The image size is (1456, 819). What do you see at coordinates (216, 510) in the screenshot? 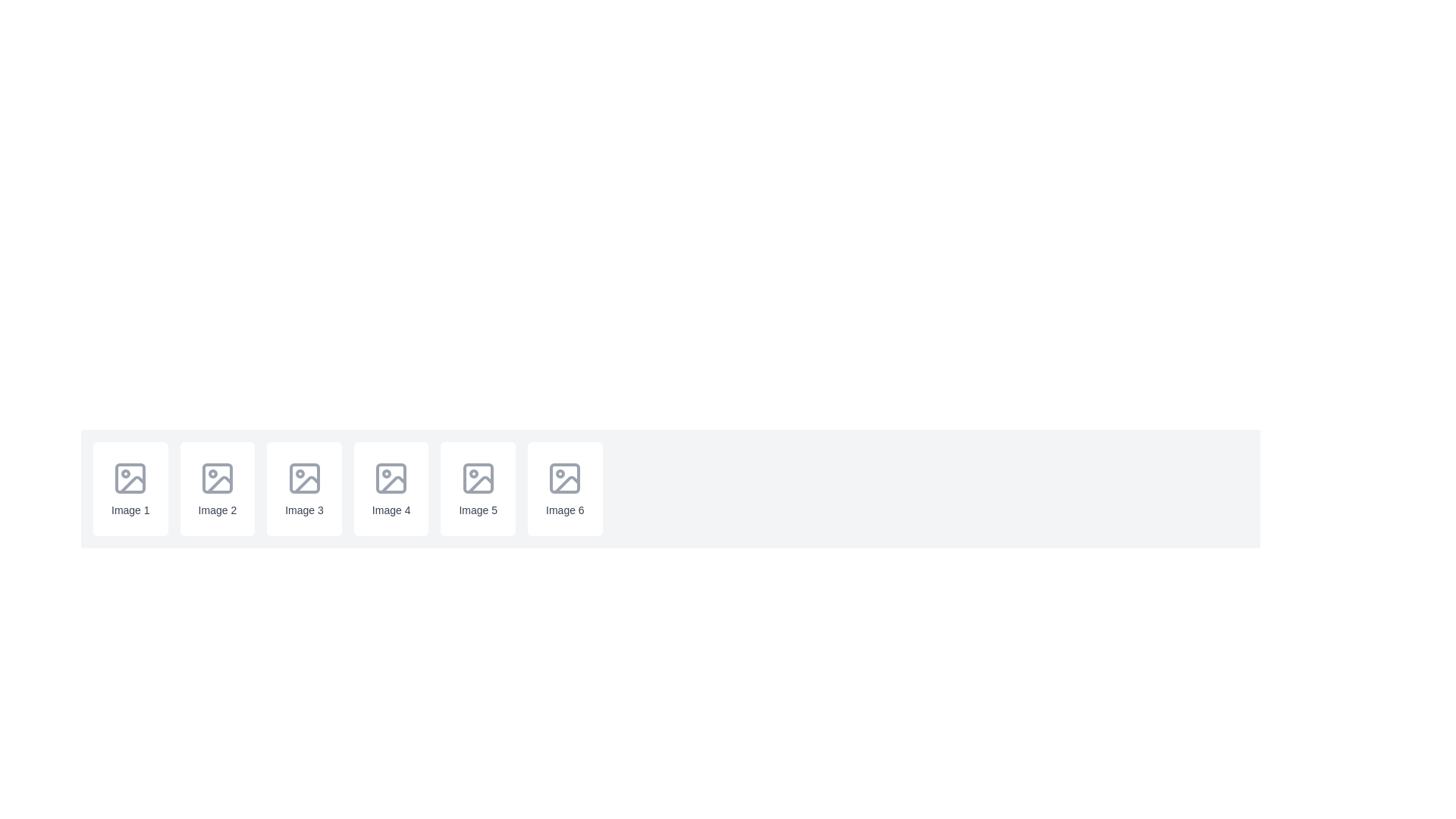
I see `text content of the small gray text label displaying 'Image 2', which is located below an image icon as the second item in a horizontal list` at bounding box center [216, 510].